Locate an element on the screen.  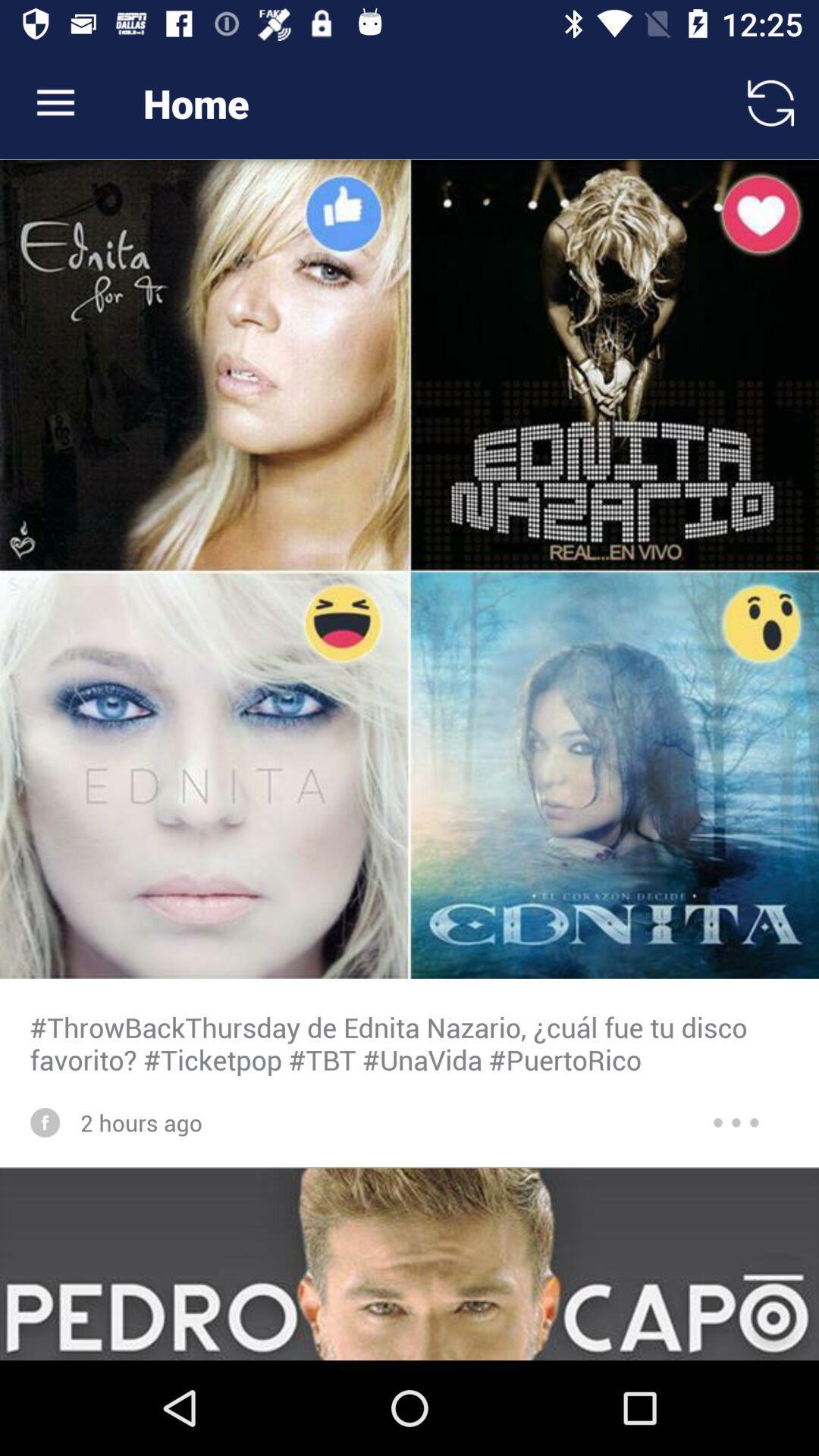
the throwbackthursday de ednita item is located at coordinates (409, 1043).